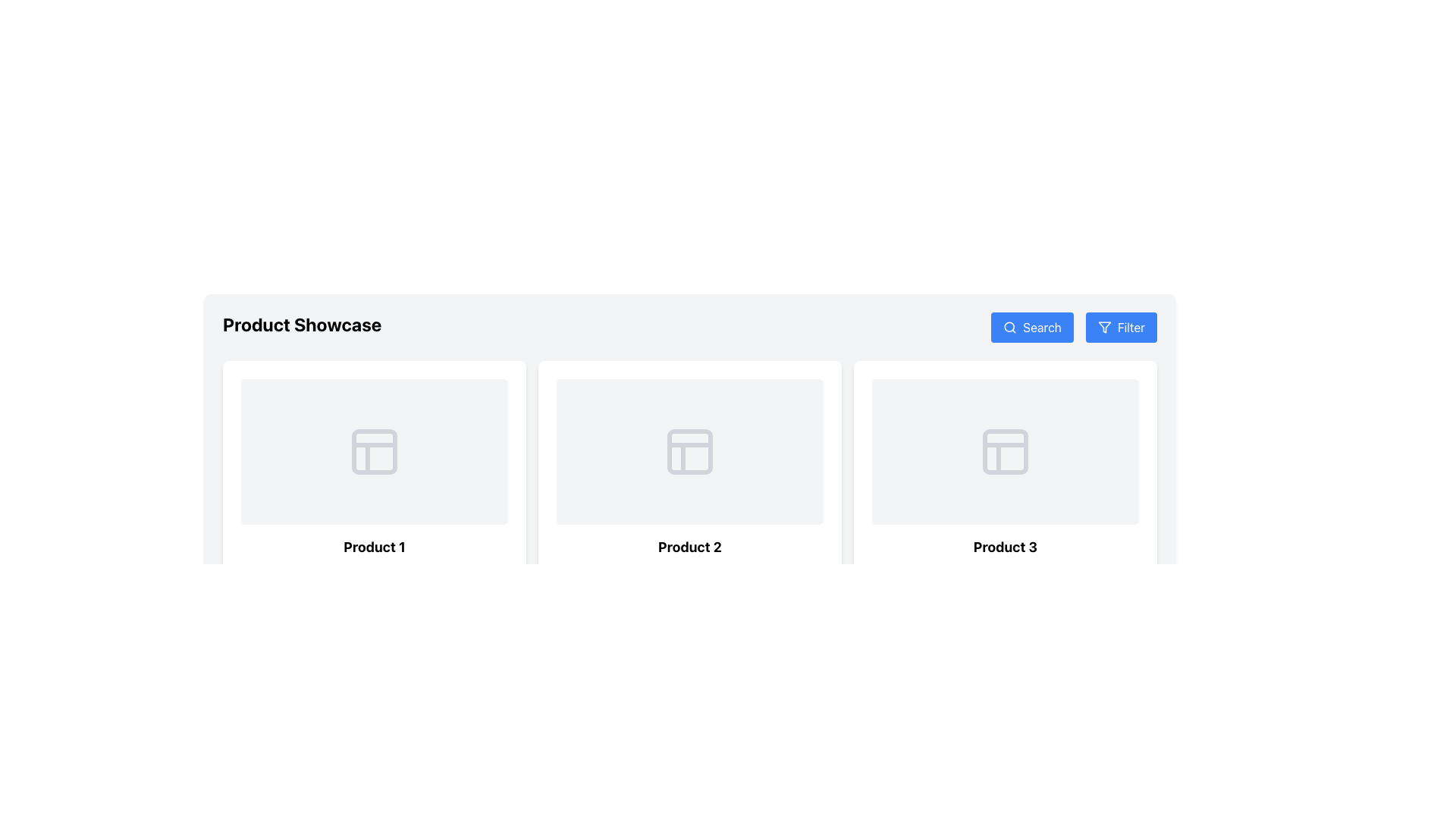 This screenshot has height=819, width=1456. I want to click on the filtering button icon located at the top-right corner of the interface to trigger the tooltip or effect, so click(1104, 327).